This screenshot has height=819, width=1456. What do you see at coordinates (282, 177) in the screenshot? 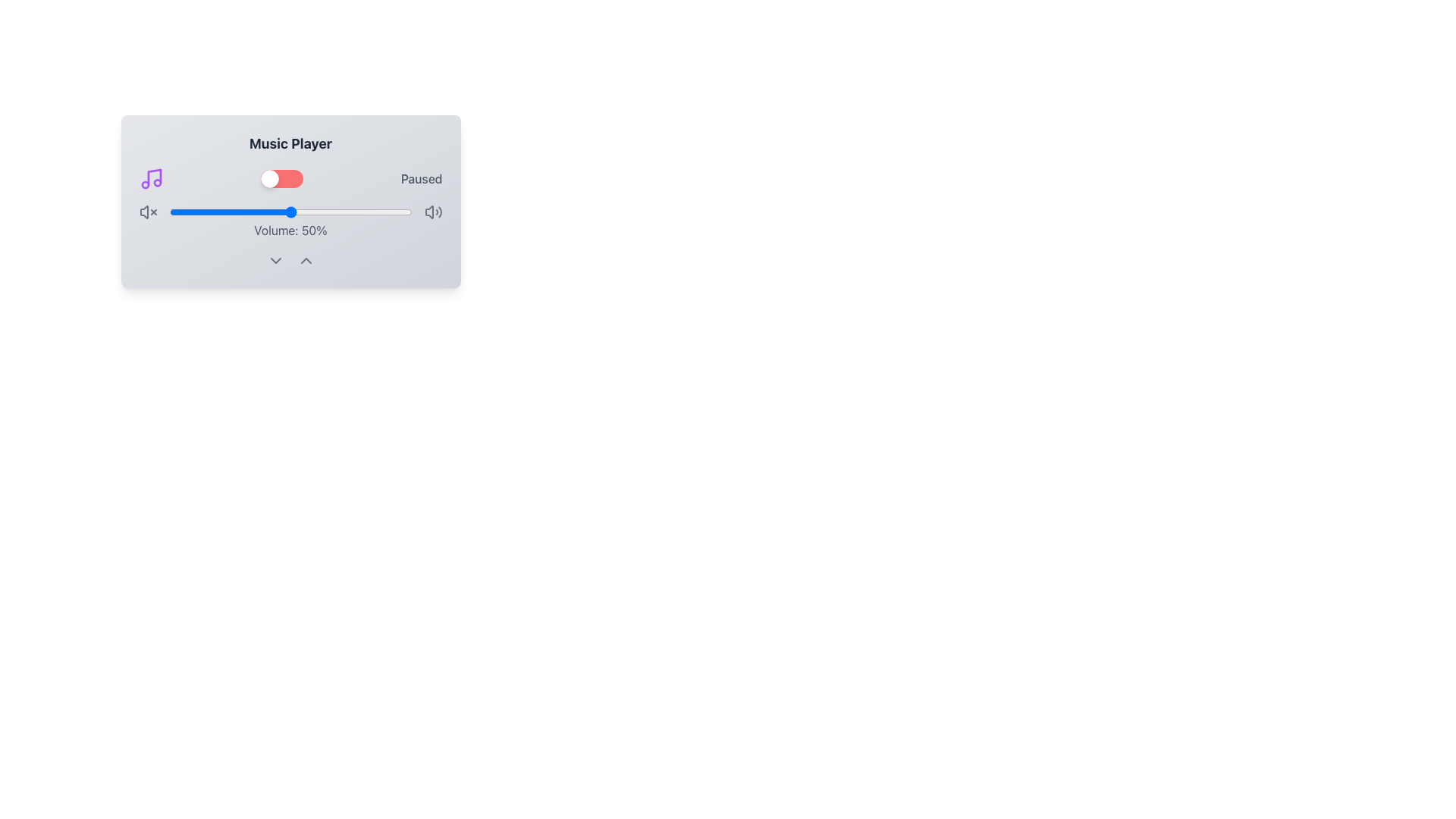
I see `the inactive toggle switch located in the row labeled 'Paused'` at bounding box center [282, 177].